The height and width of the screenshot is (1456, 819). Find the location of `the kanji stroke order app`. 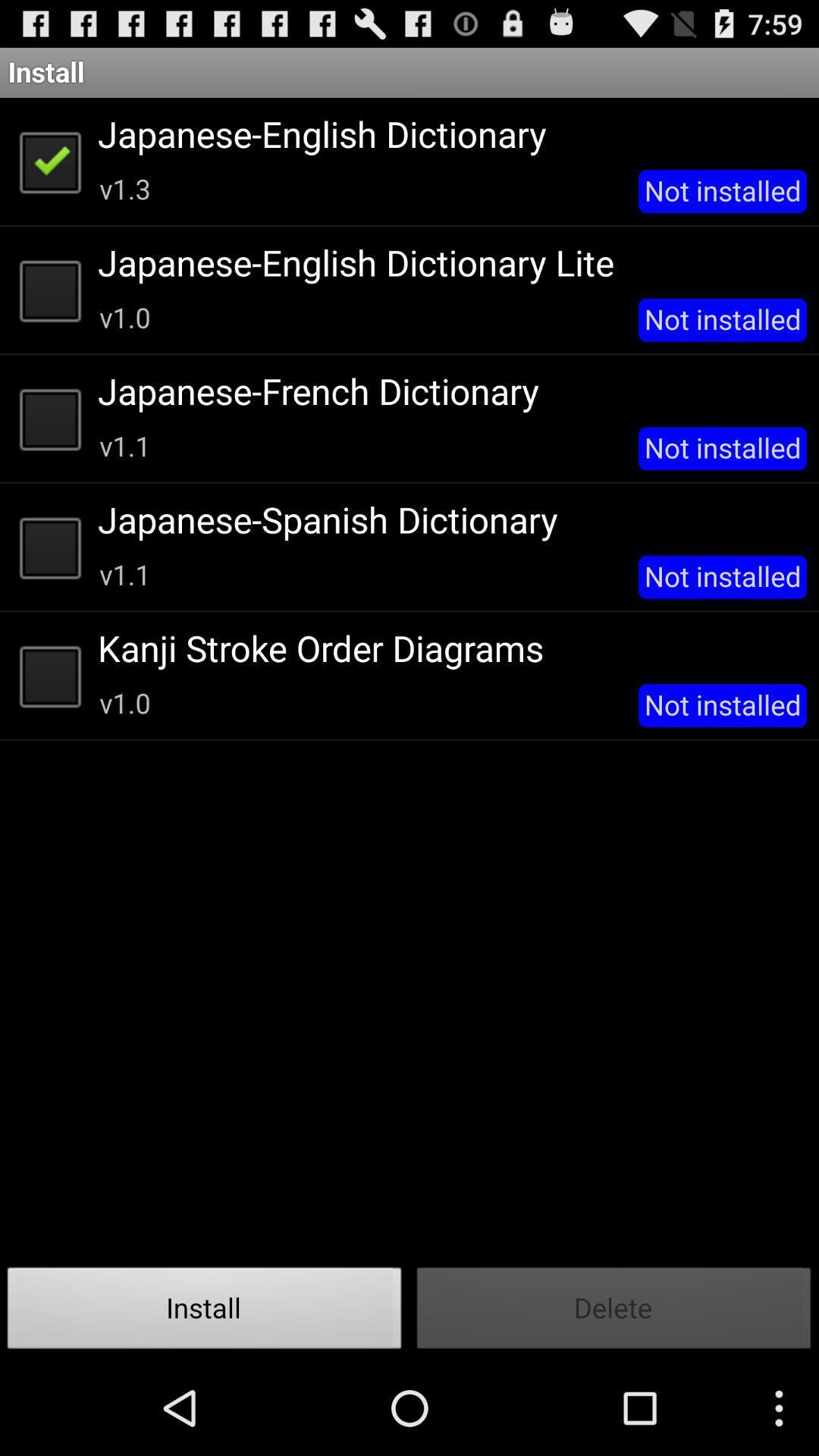

the kanji stroke order app is located at coordinates (446, 648).